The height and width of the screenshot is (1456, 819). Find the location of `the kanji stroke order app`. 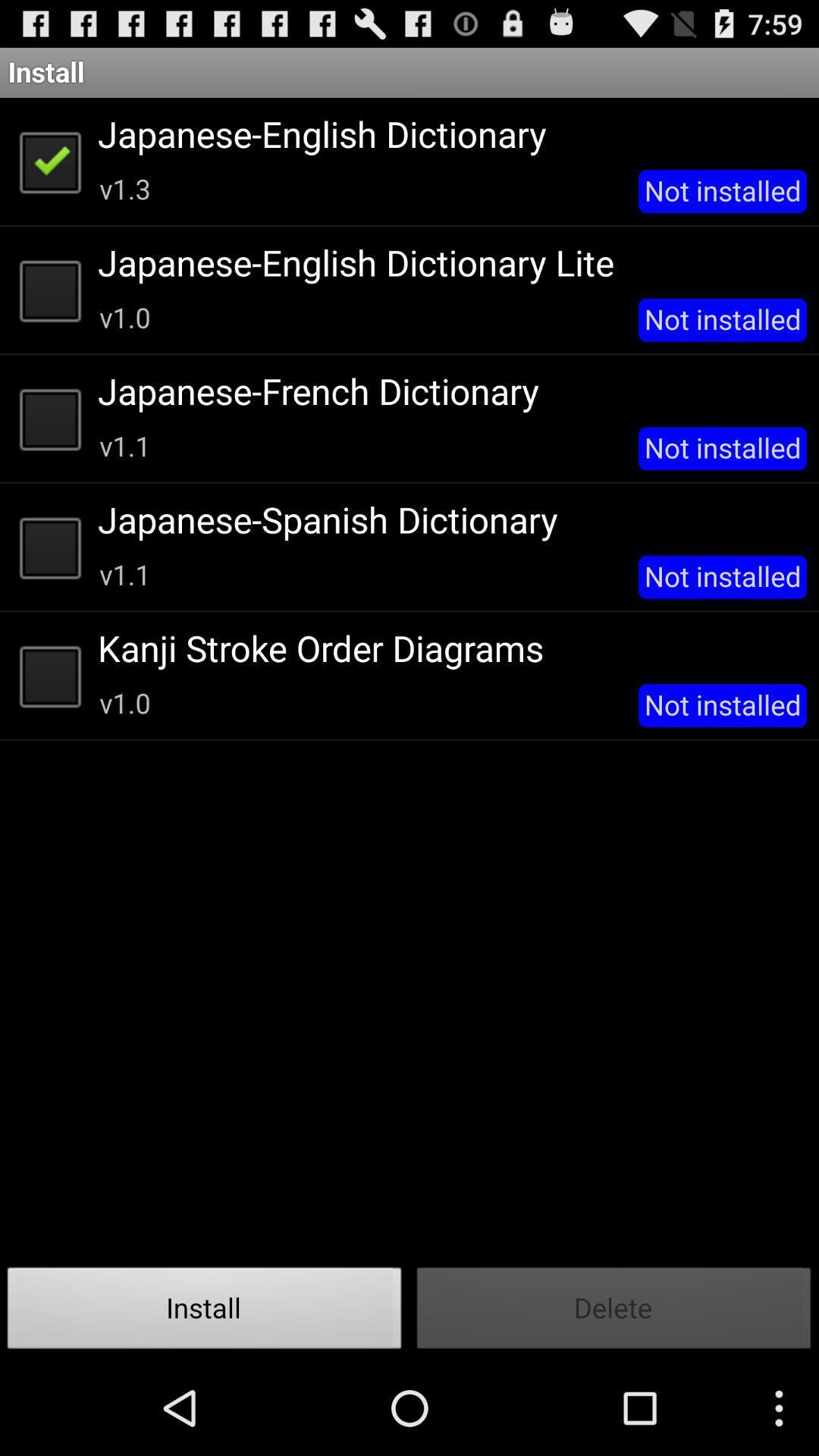

the kanji stroke order app is located at coordinates (446, 648).